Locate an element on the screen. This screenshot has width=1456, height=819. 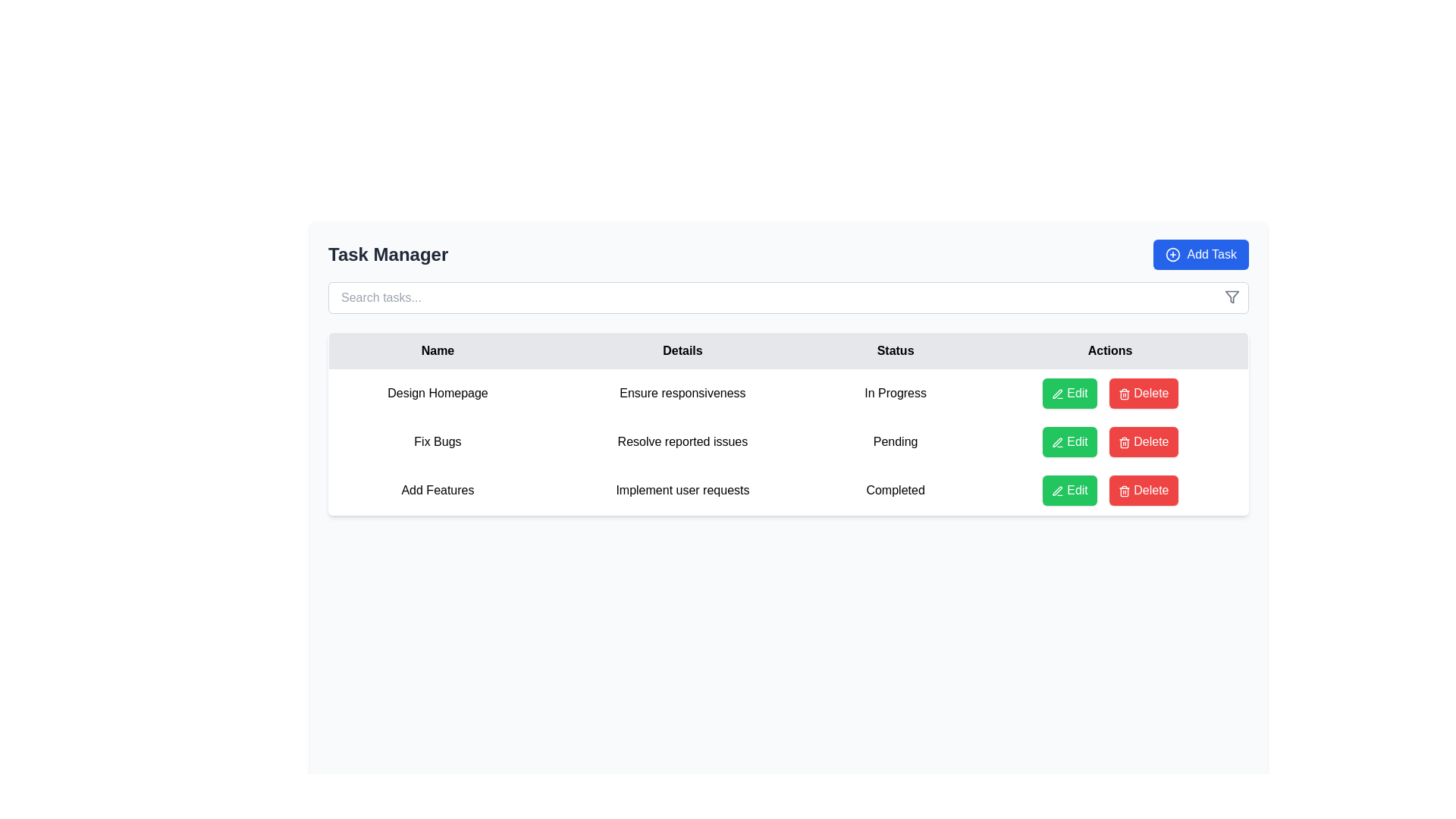
the SVG circle element located inside the 'Add Task' button in the top-right corner of the interface is located at coordinates (1172, 253).